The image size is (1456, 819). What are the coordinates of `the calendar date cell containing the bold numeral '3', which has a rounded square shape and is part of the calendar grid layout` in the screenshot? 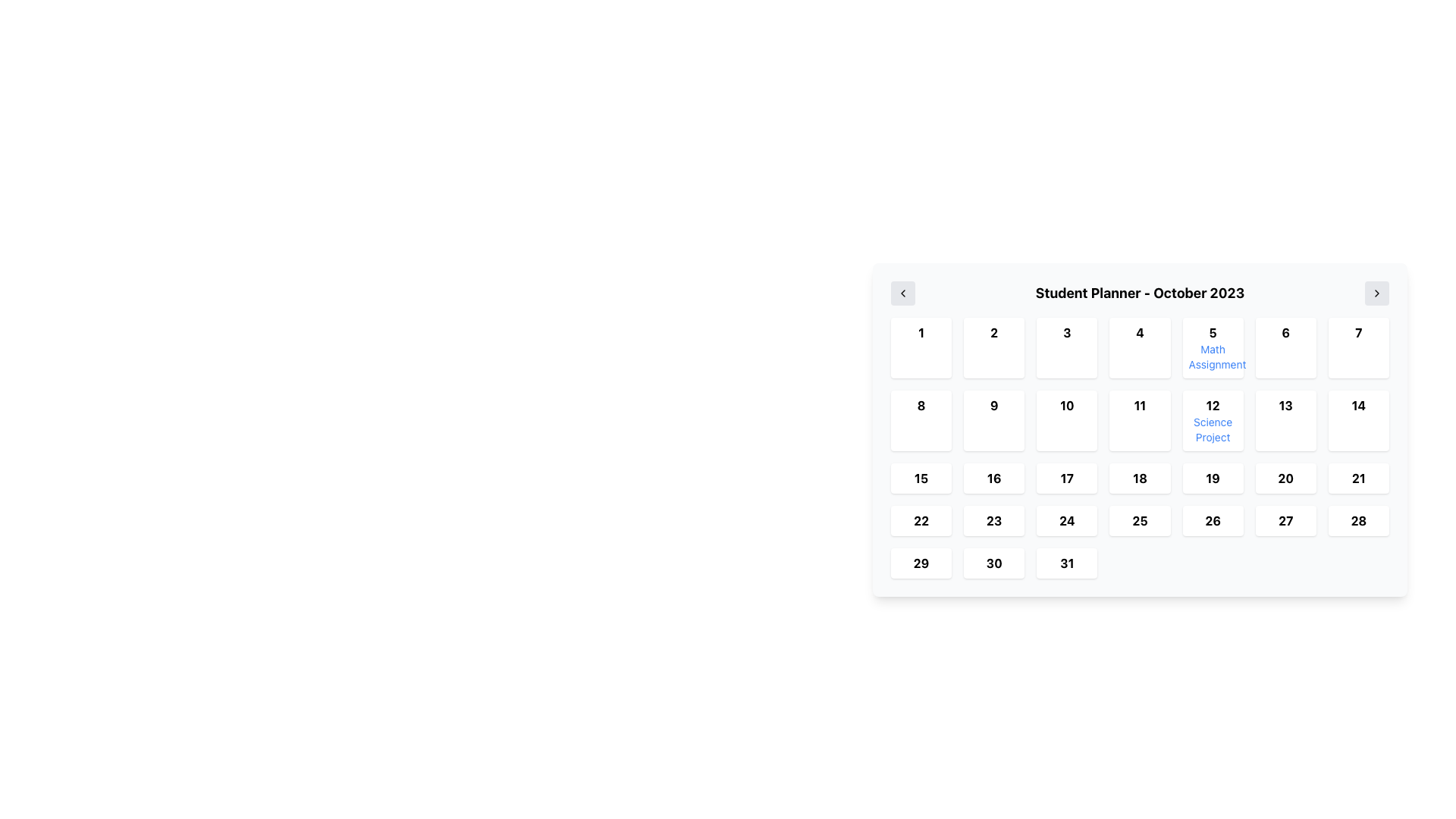 It's located at (1066, 348).